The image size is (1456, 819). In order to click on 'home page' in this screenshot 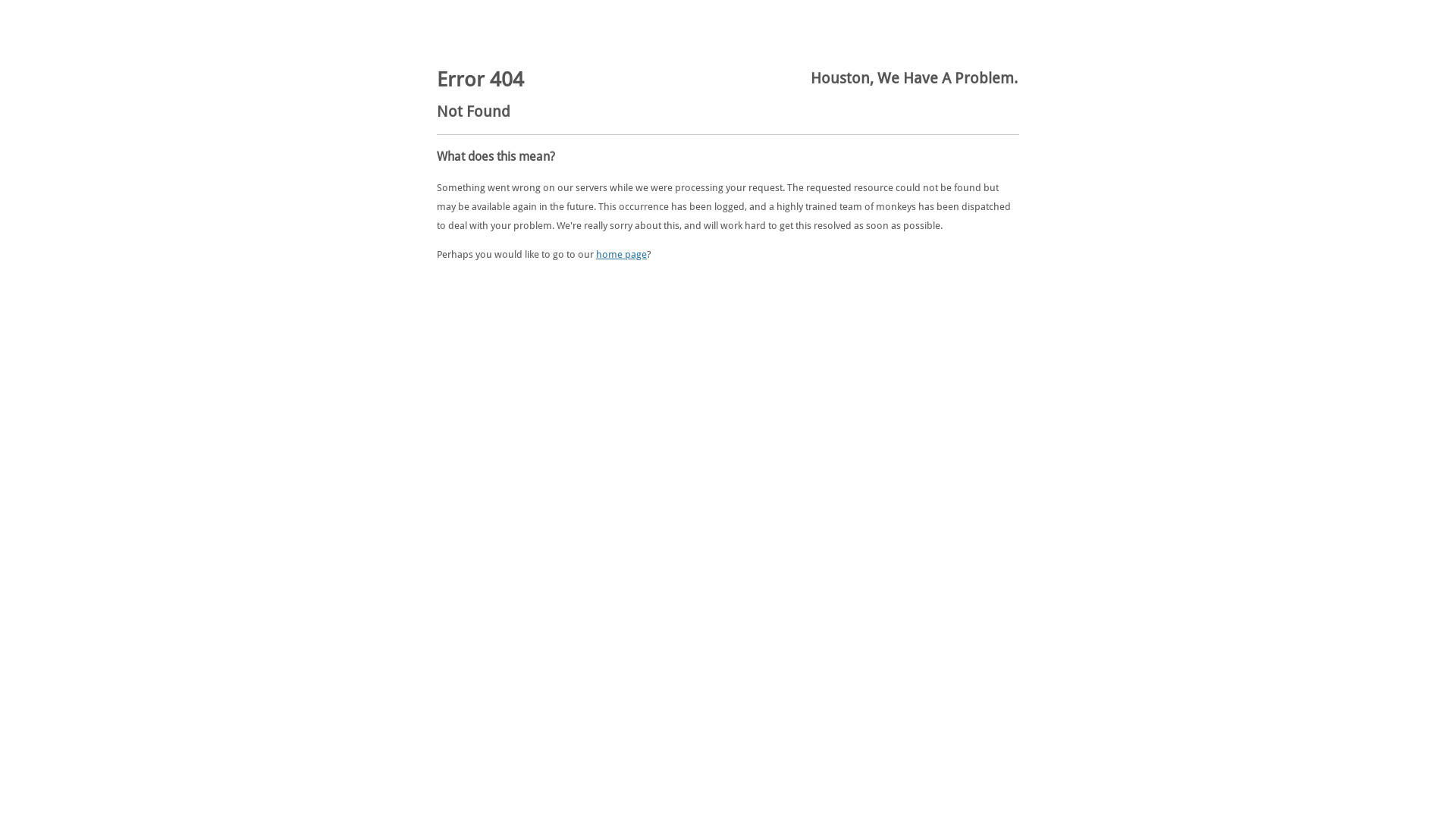, I will do `click(621, 253)`.